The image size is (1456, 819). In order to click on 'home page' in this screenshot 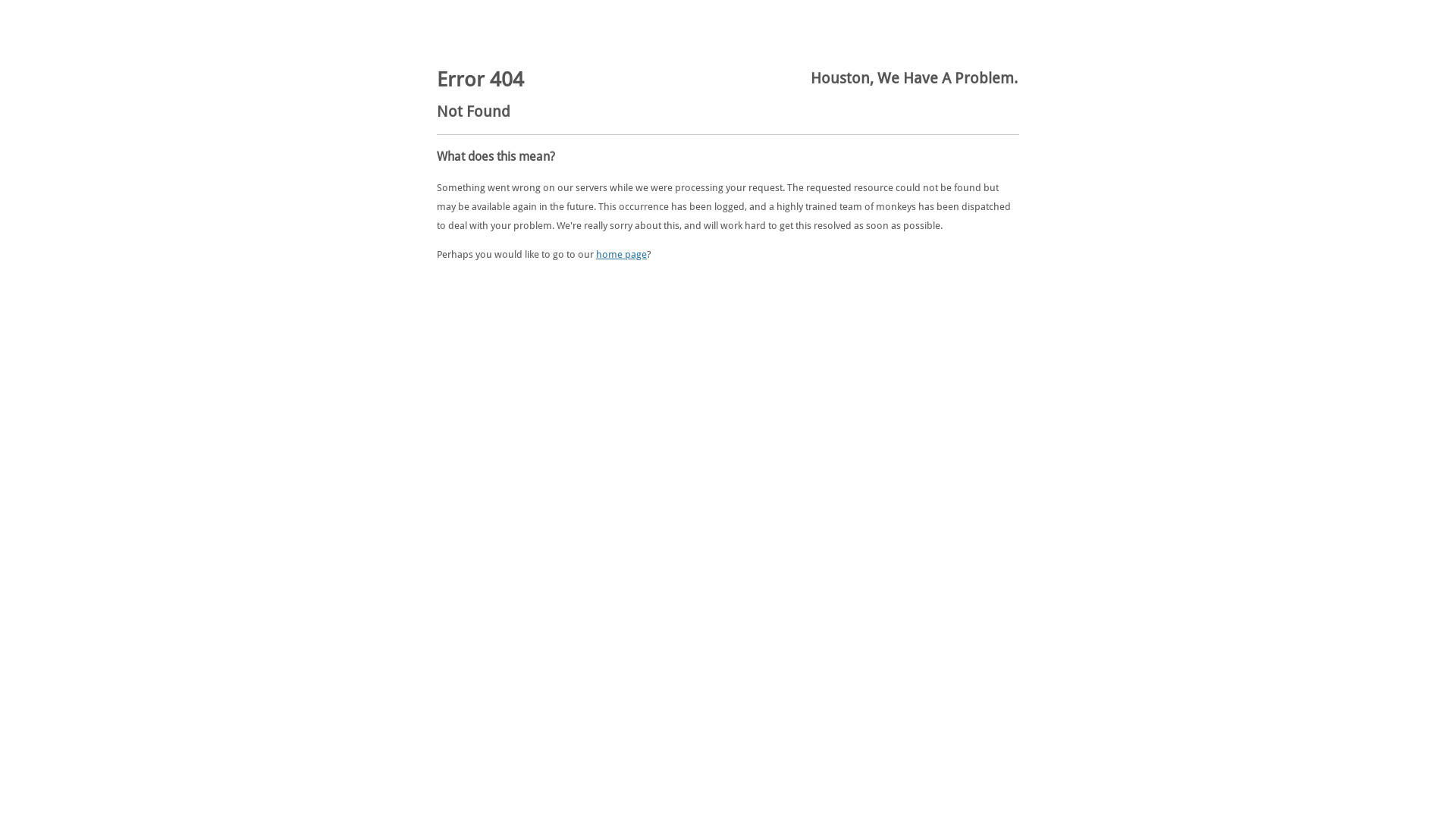, I will do `click(621, 253)`.